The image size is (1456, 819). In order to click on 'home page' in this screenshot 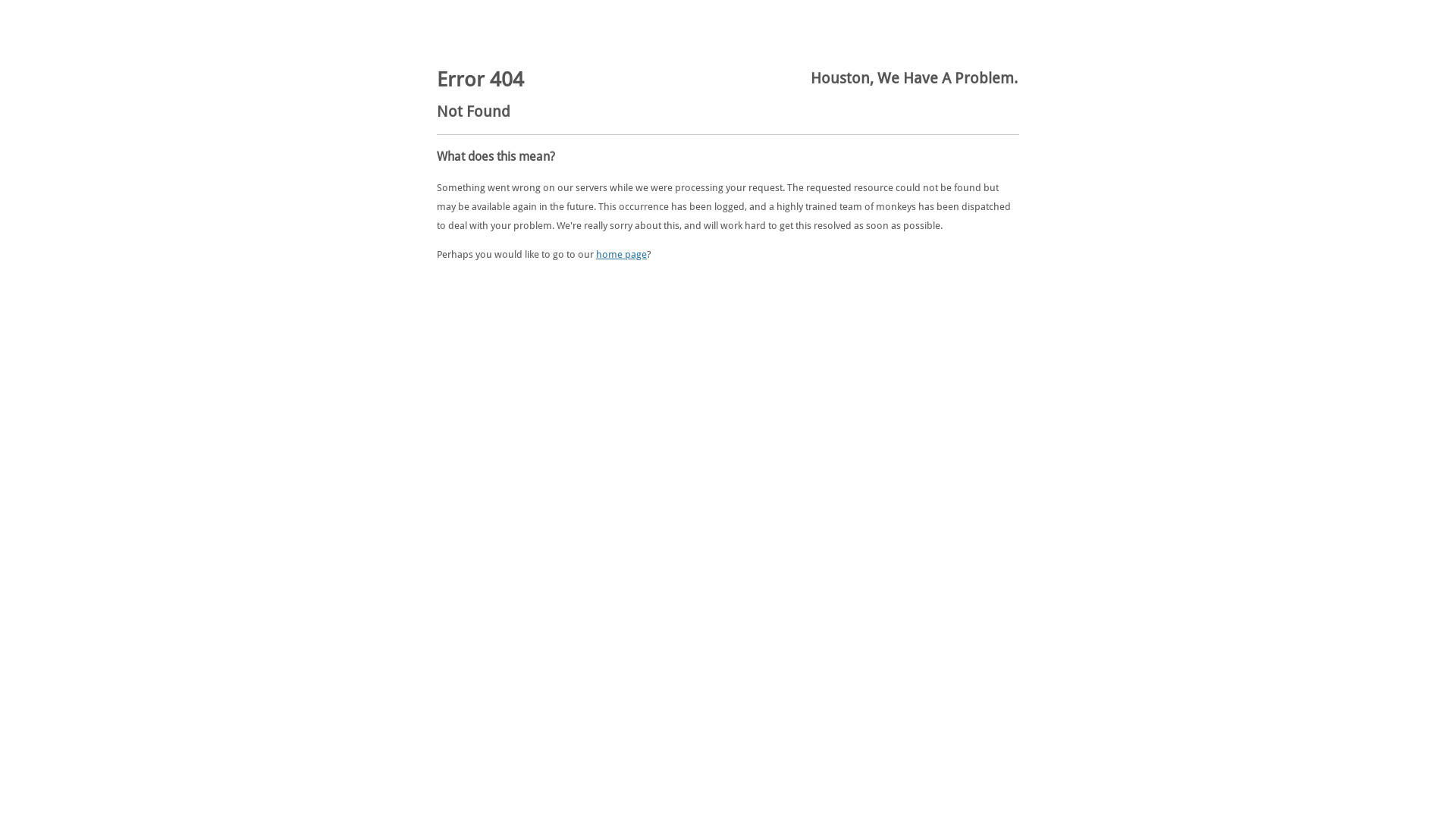, I will do `click(621, 253)`.